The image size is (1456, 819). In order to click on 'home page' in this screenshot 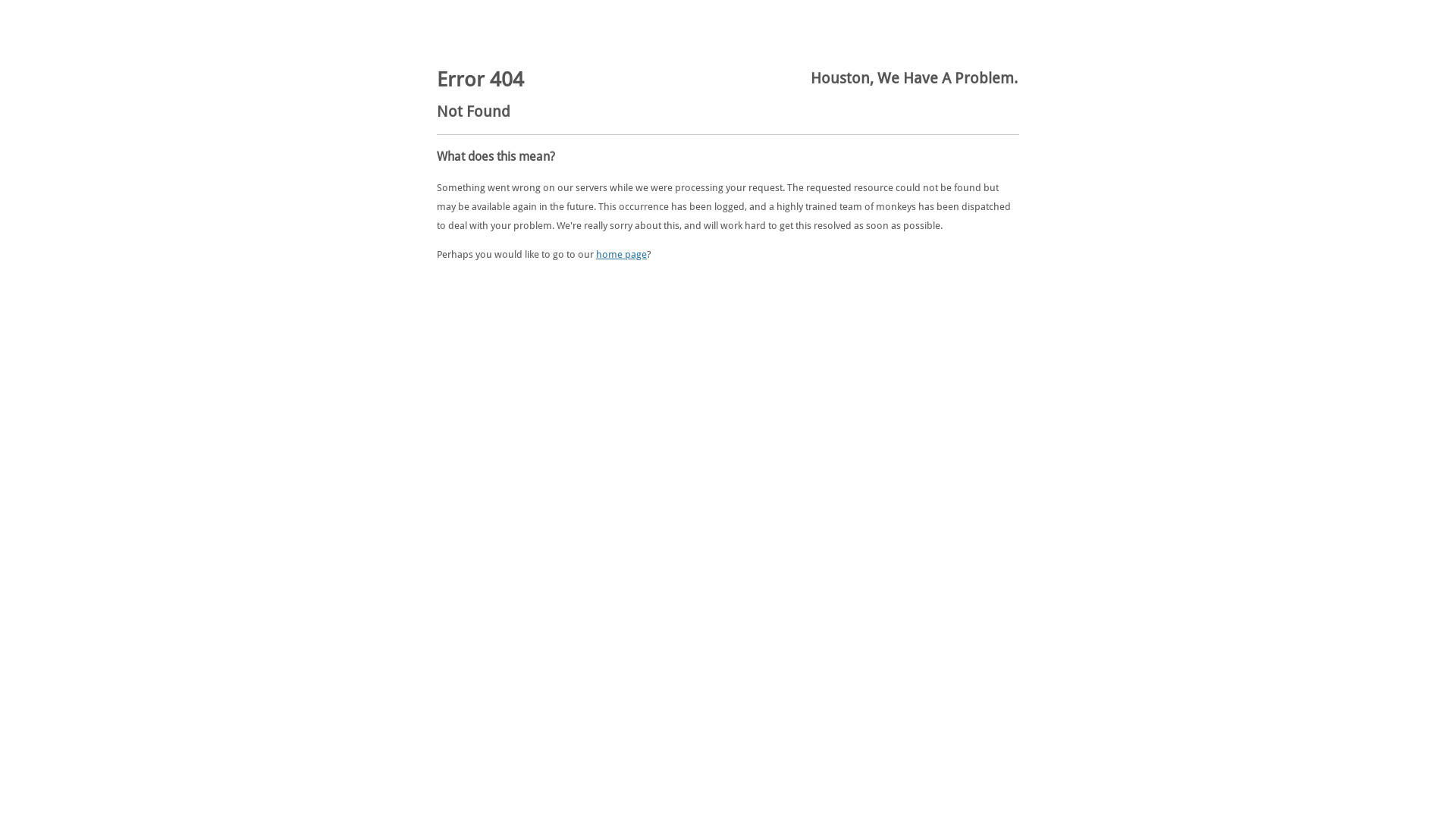, I will do `click(621, 253)`.